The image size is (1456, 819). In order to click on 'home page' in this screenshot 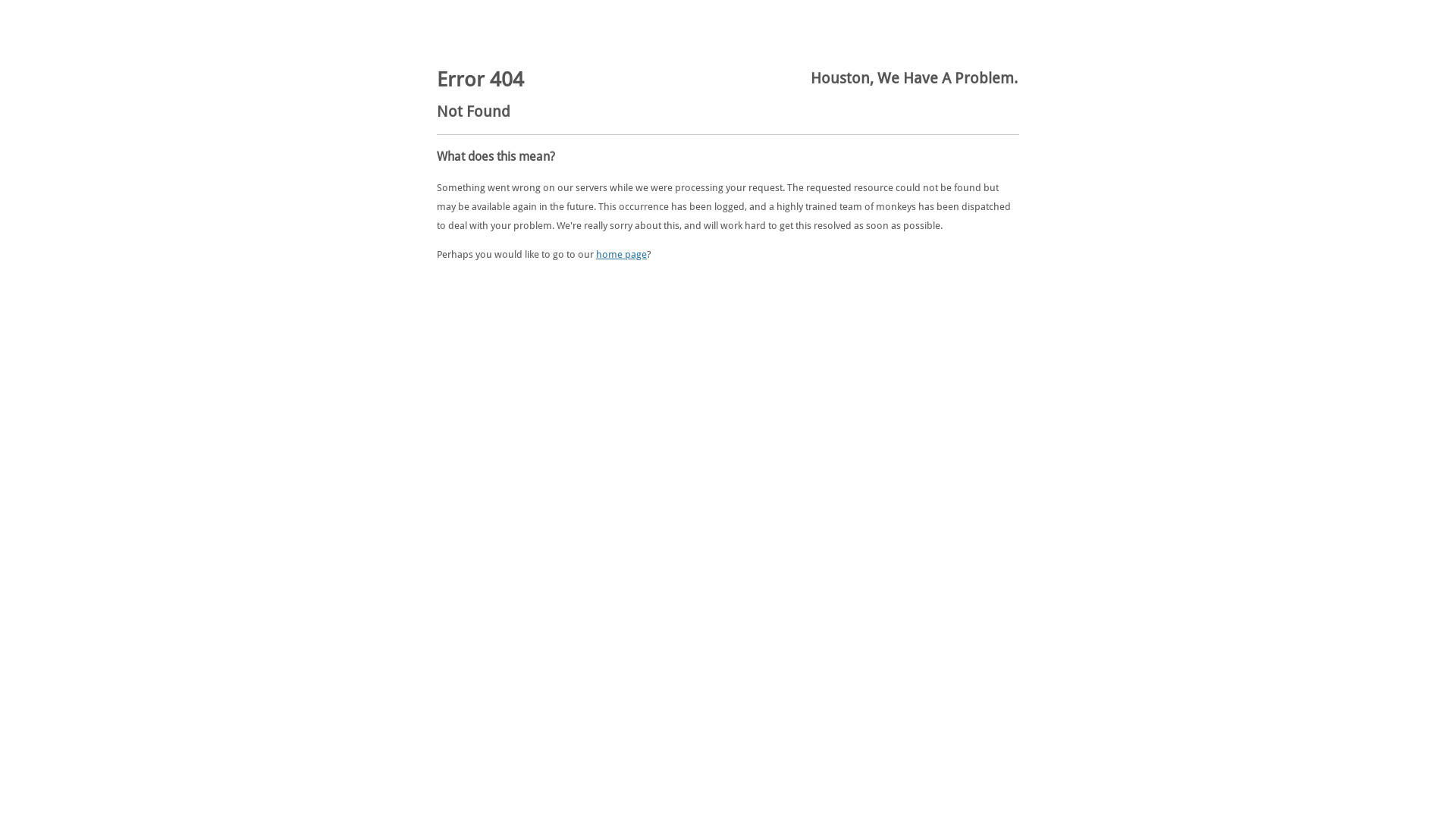, I will do `click(621, 253)`.